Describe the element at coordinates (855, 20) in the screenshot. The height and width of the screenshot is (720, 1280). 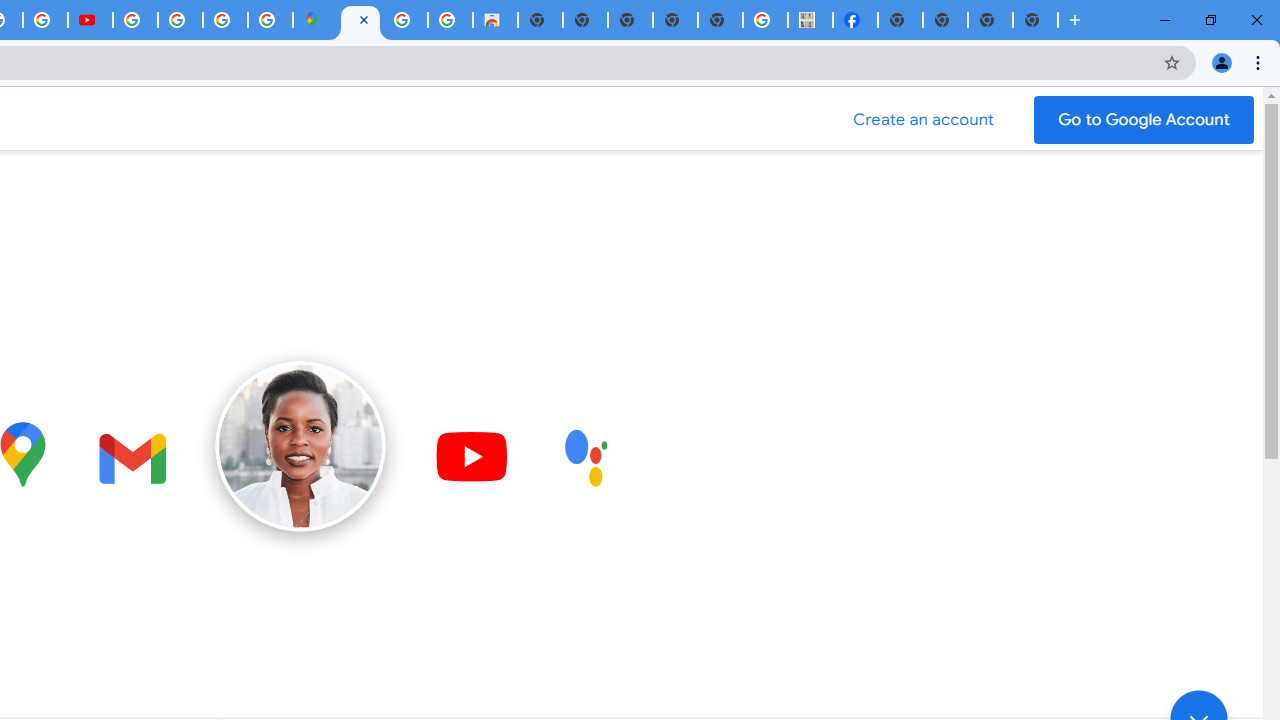
I see `'Miley Cyrus | Facebook'` at that location.